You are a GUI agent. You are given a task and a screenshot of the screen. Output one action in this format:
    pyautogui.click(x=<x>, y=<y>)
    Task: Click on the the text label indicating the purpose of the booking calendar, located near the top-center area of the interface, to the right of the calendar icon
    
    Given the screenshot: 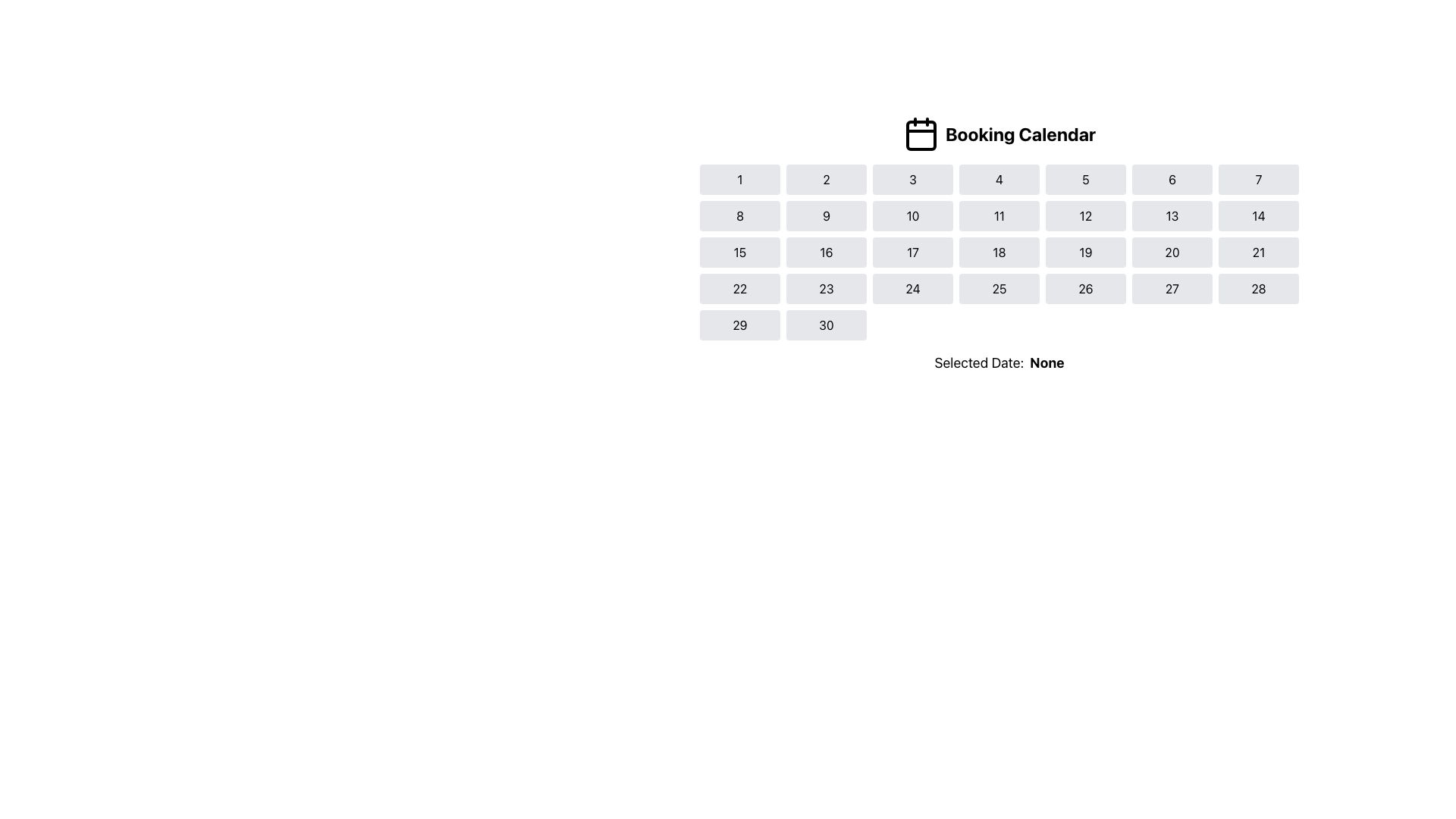 What is the action you would take?
    pyautogui.click(x=1020, y=133)
    